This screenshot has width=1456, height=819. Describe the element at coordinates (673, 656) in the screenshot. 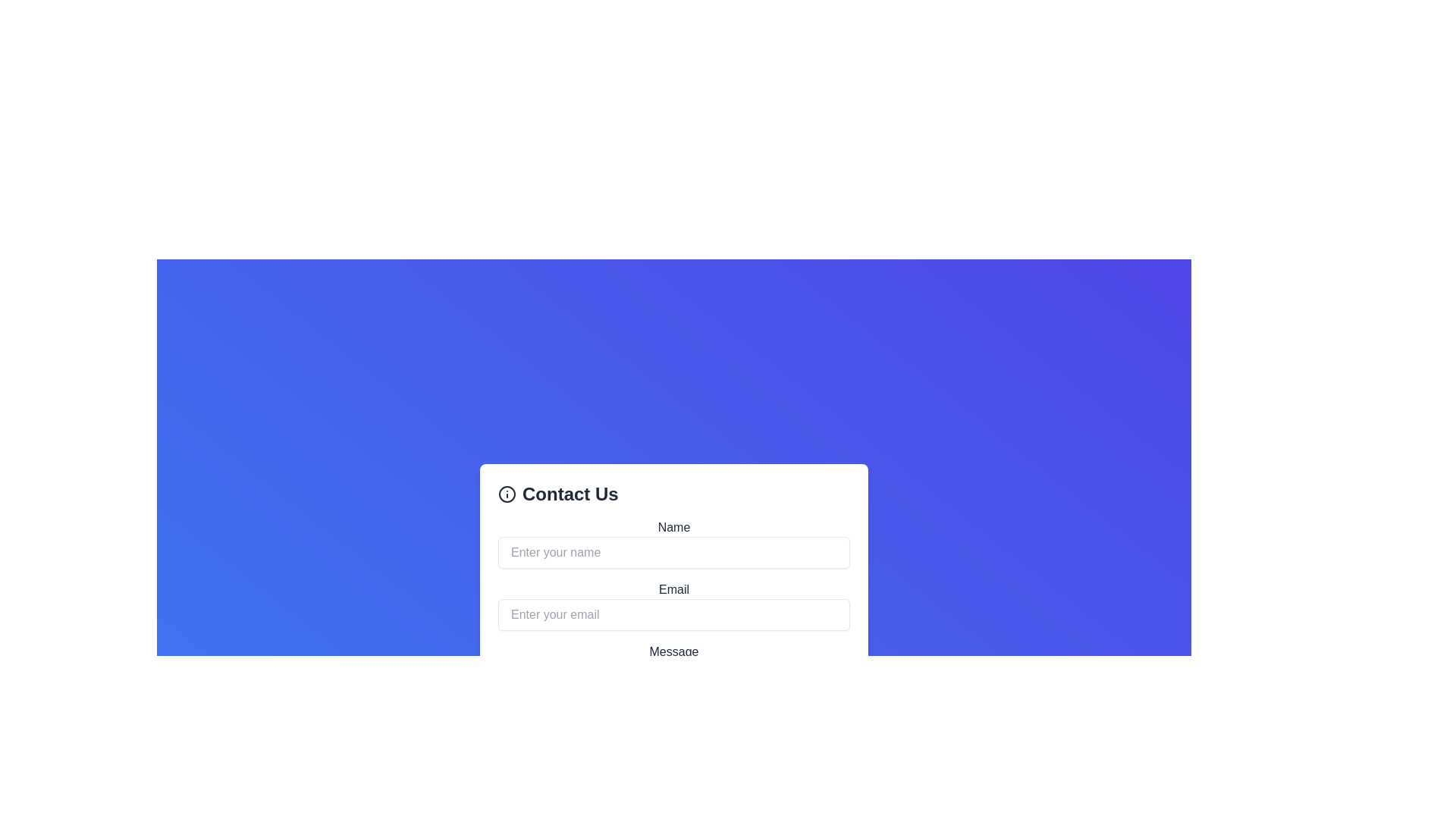

I see `the 'Message' text area in the 'Contact Us' section, which is the third major input field for entering a message` at that location.